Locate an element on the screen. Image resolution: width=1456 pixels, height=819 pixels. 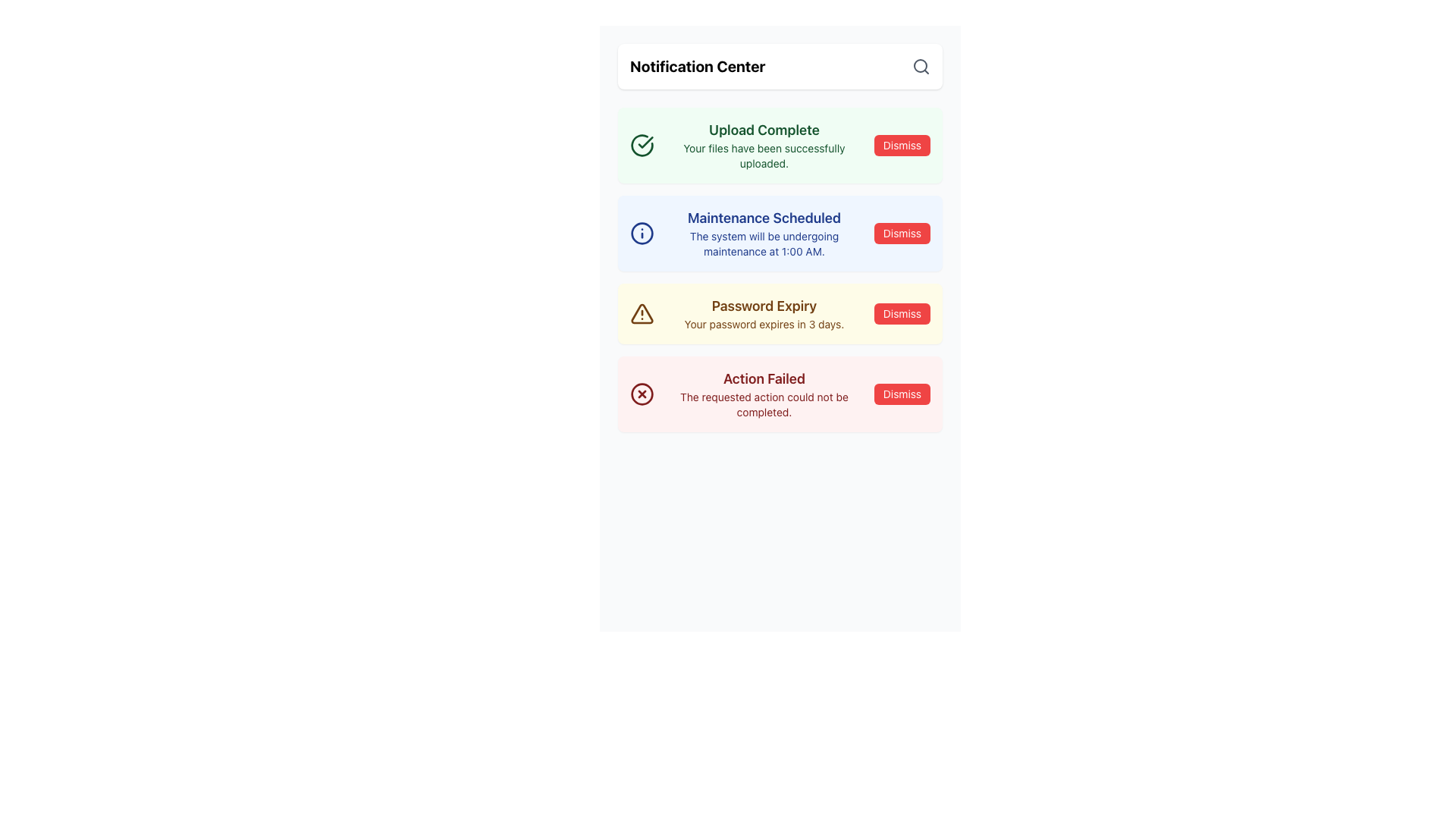
bold text label 'Action Failed' at the top of the last notification box in the Notification Center interface is located at coordinates (764, 378).